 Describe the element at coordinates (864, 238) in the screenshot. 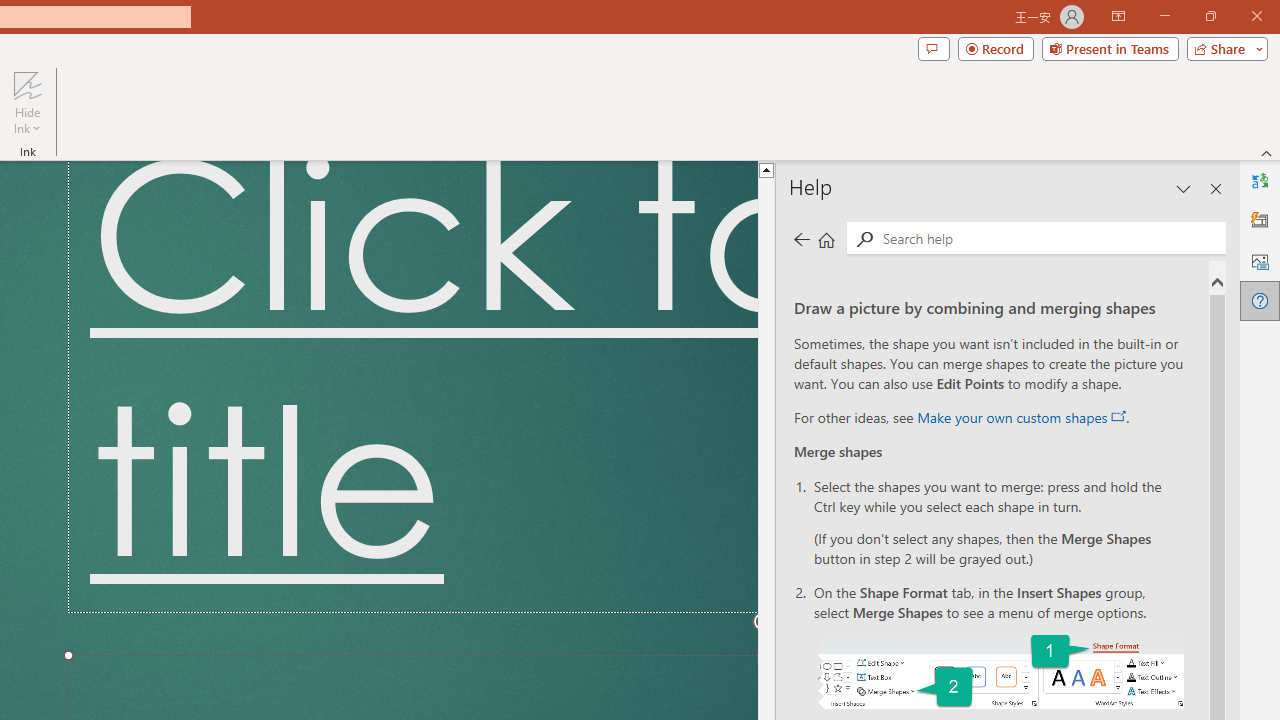

I see `'Search'` at that location.